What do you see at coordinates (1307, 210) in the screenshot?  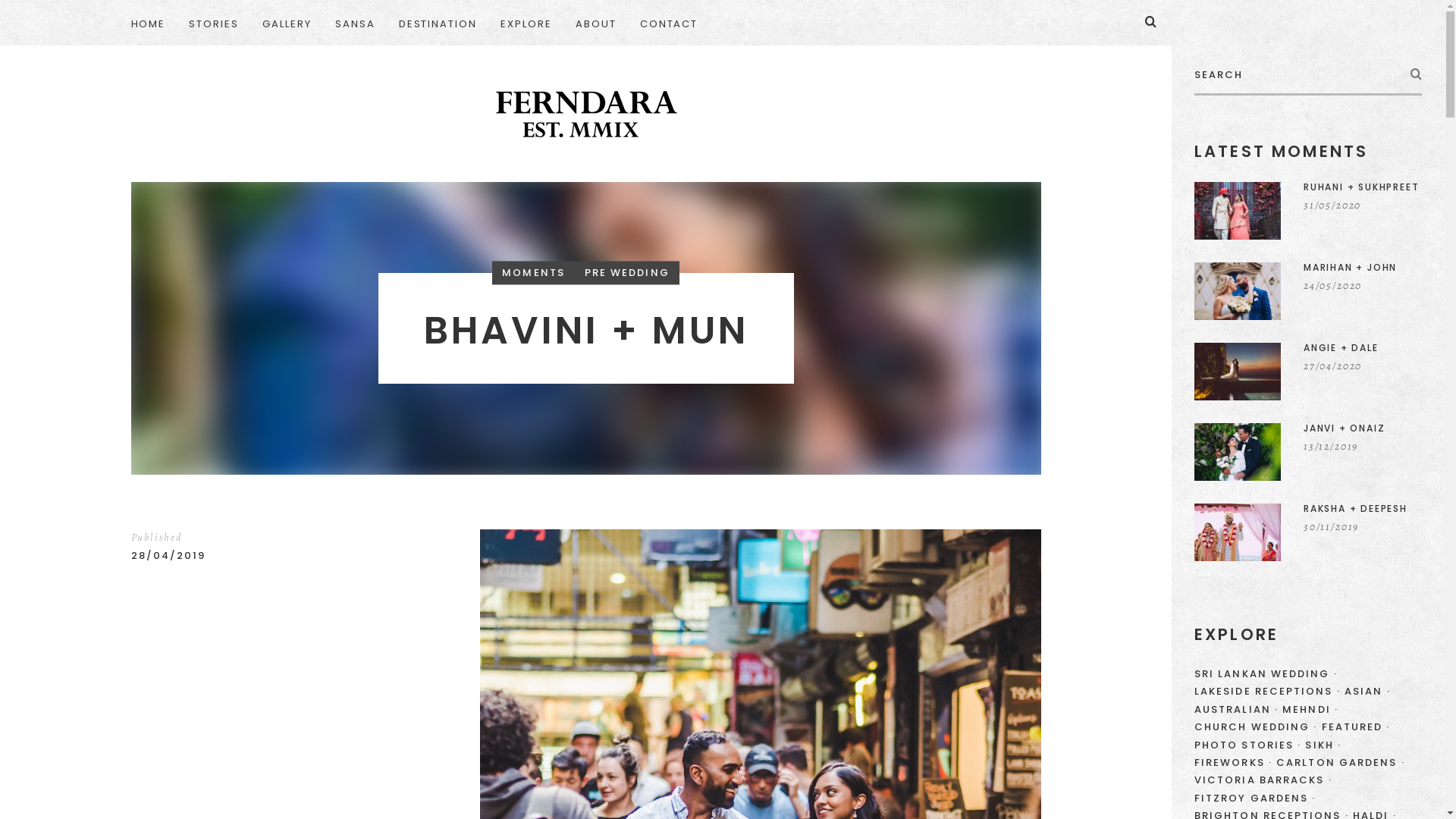 I see `'RUHANI + SUKHPREET` at bounding box center [1307, 210].